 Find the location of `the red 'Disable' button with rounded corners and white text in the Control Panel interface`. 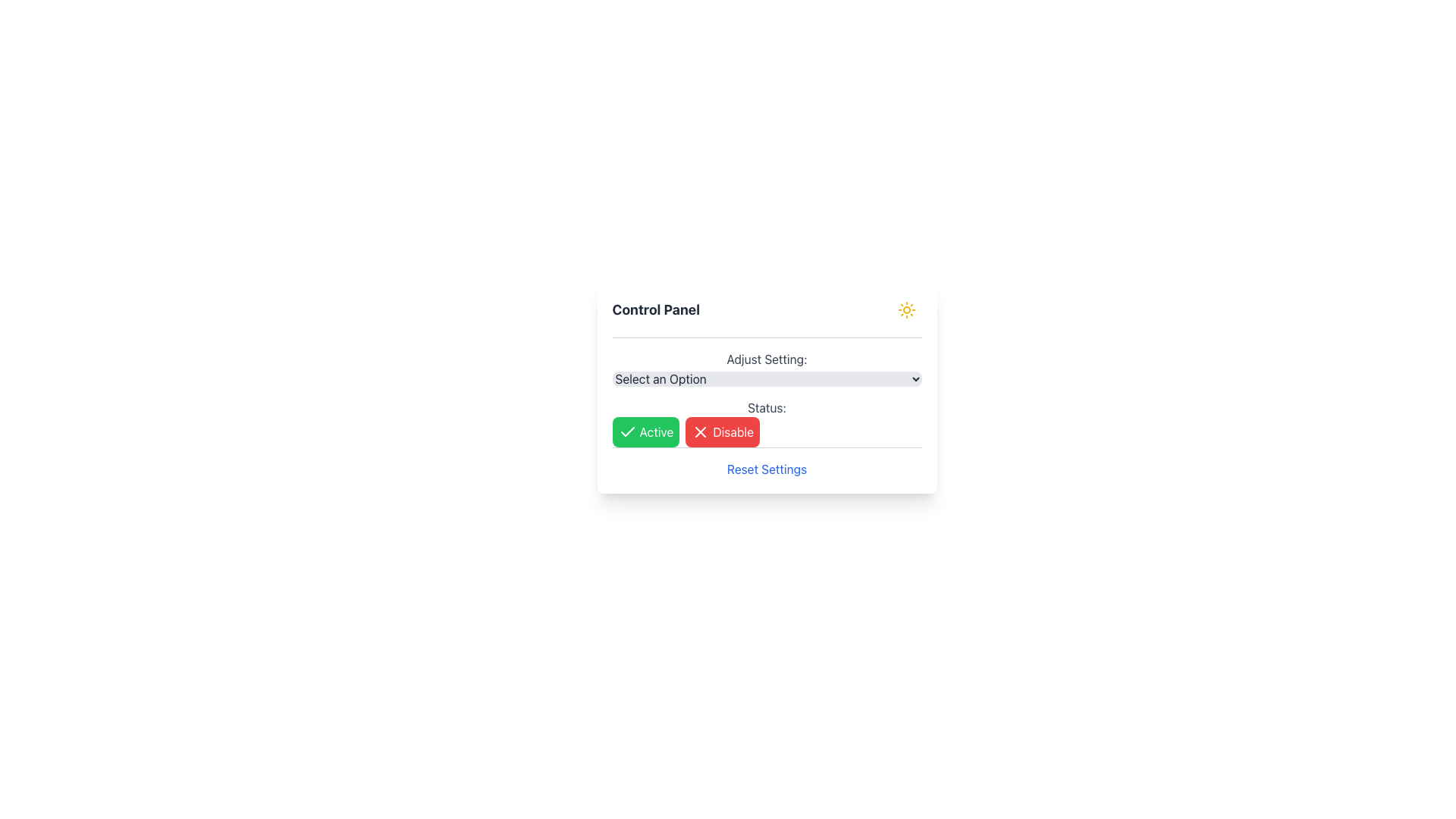

the red 'Disable' button with rounded corners and white text in the Control Panel interface is located at coordinates (722, 432).